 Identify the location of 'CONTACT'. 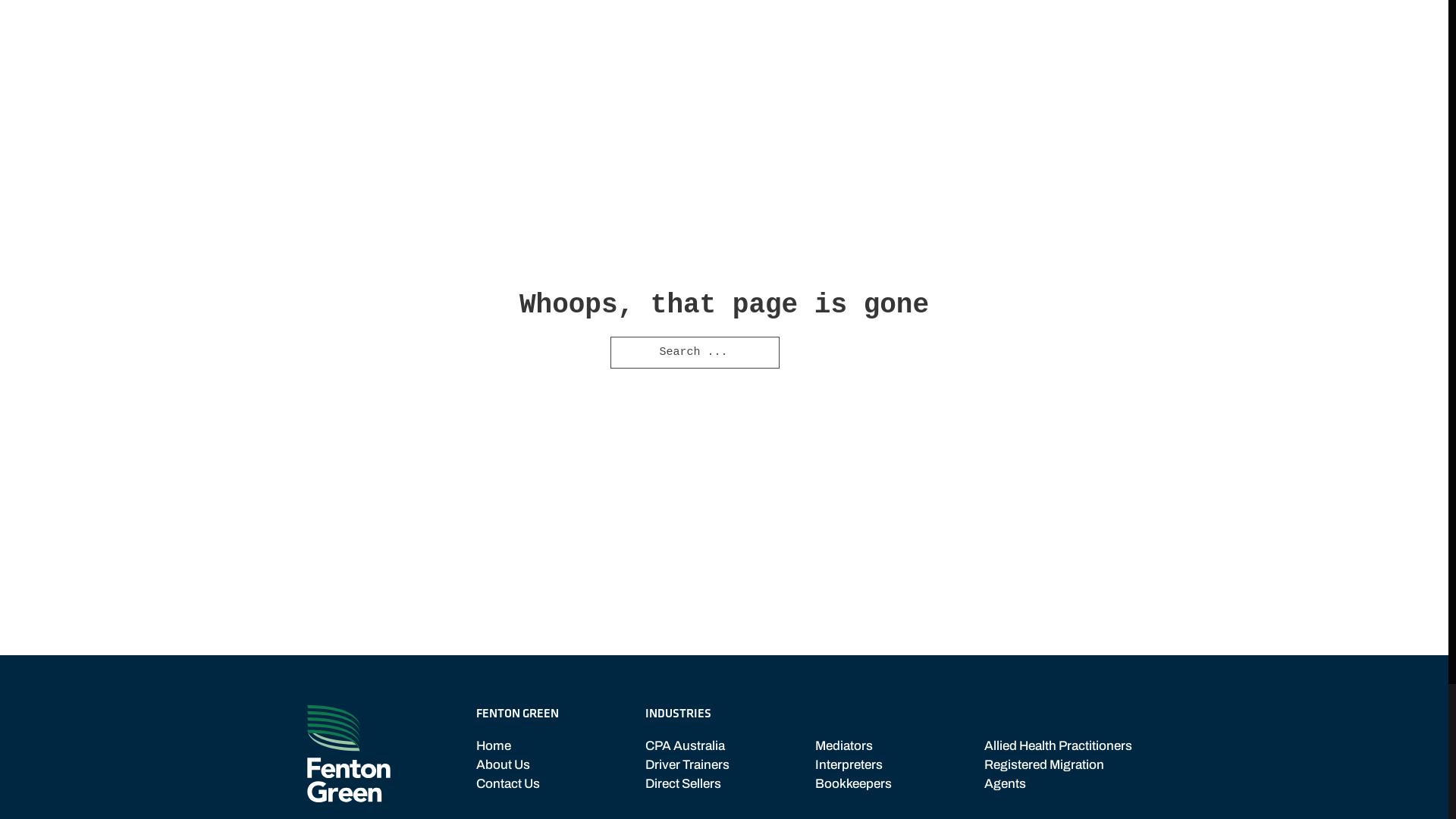
(1103, 30).